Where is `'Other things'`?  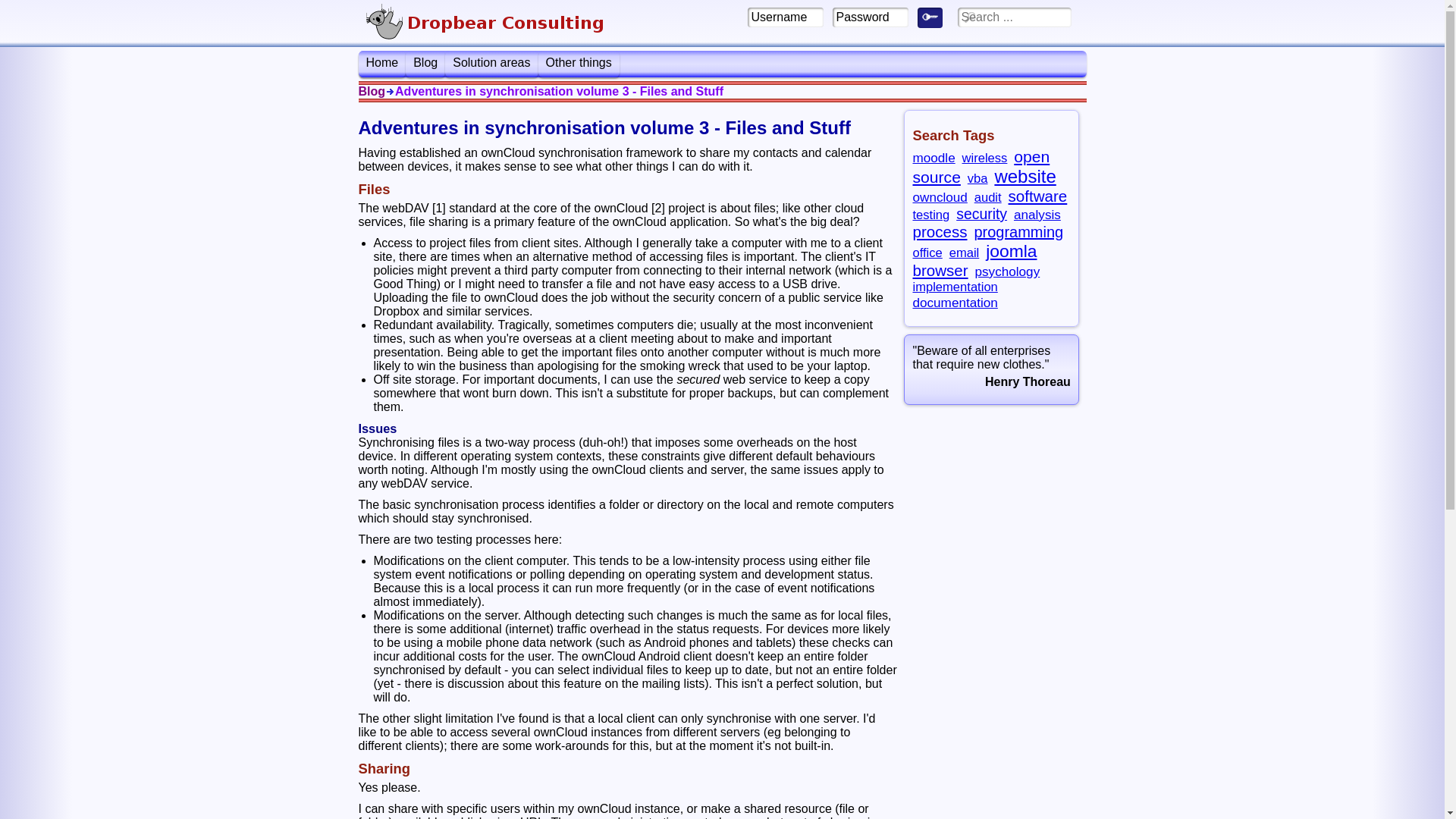 'Other things' is located at coordinates (538, 63).